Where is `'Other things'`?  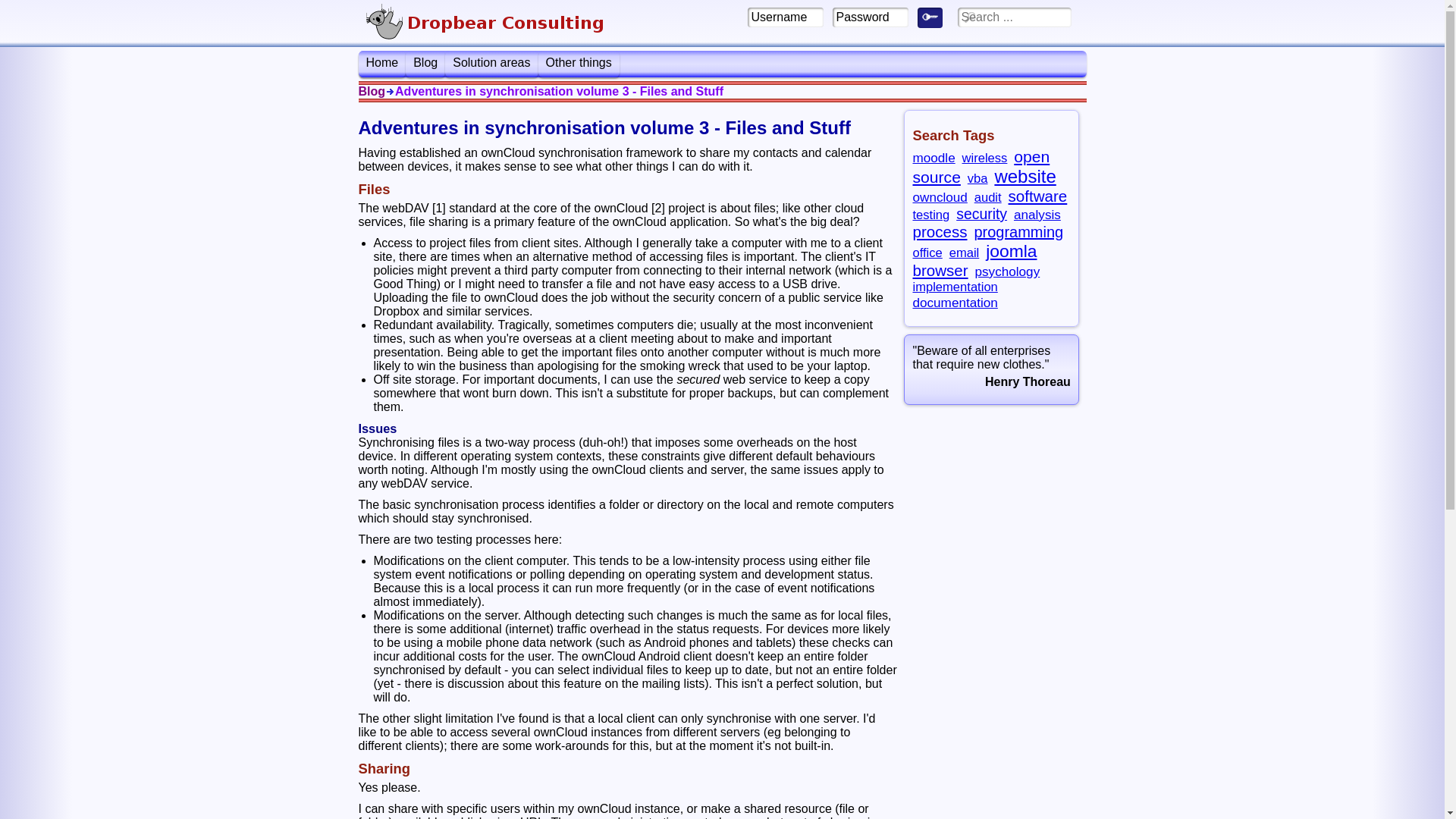 'Other things' is located at coordinates (538, 63).